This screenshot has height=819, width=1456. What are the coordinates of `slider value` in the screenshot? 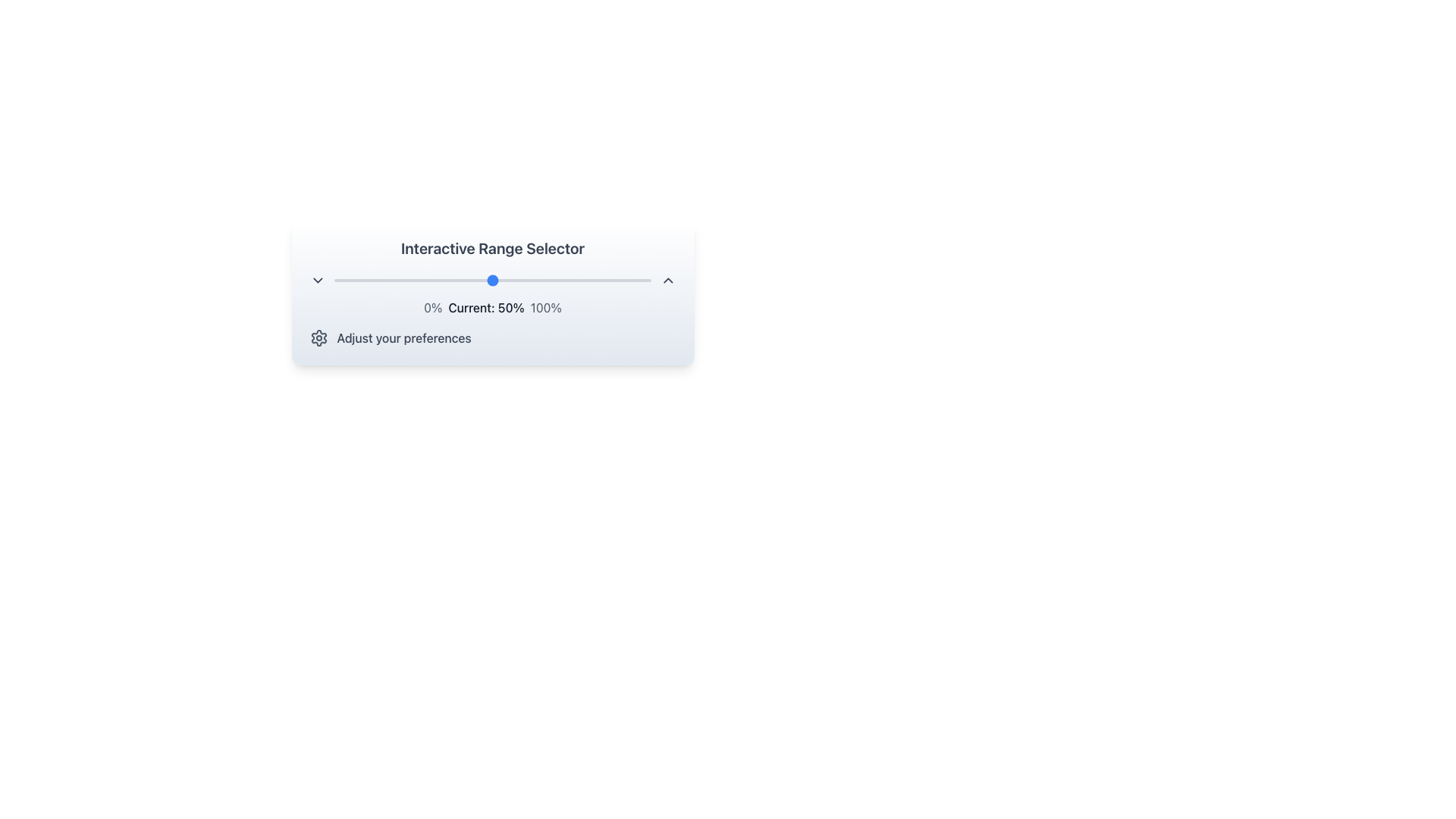 It's located at (593, 281).